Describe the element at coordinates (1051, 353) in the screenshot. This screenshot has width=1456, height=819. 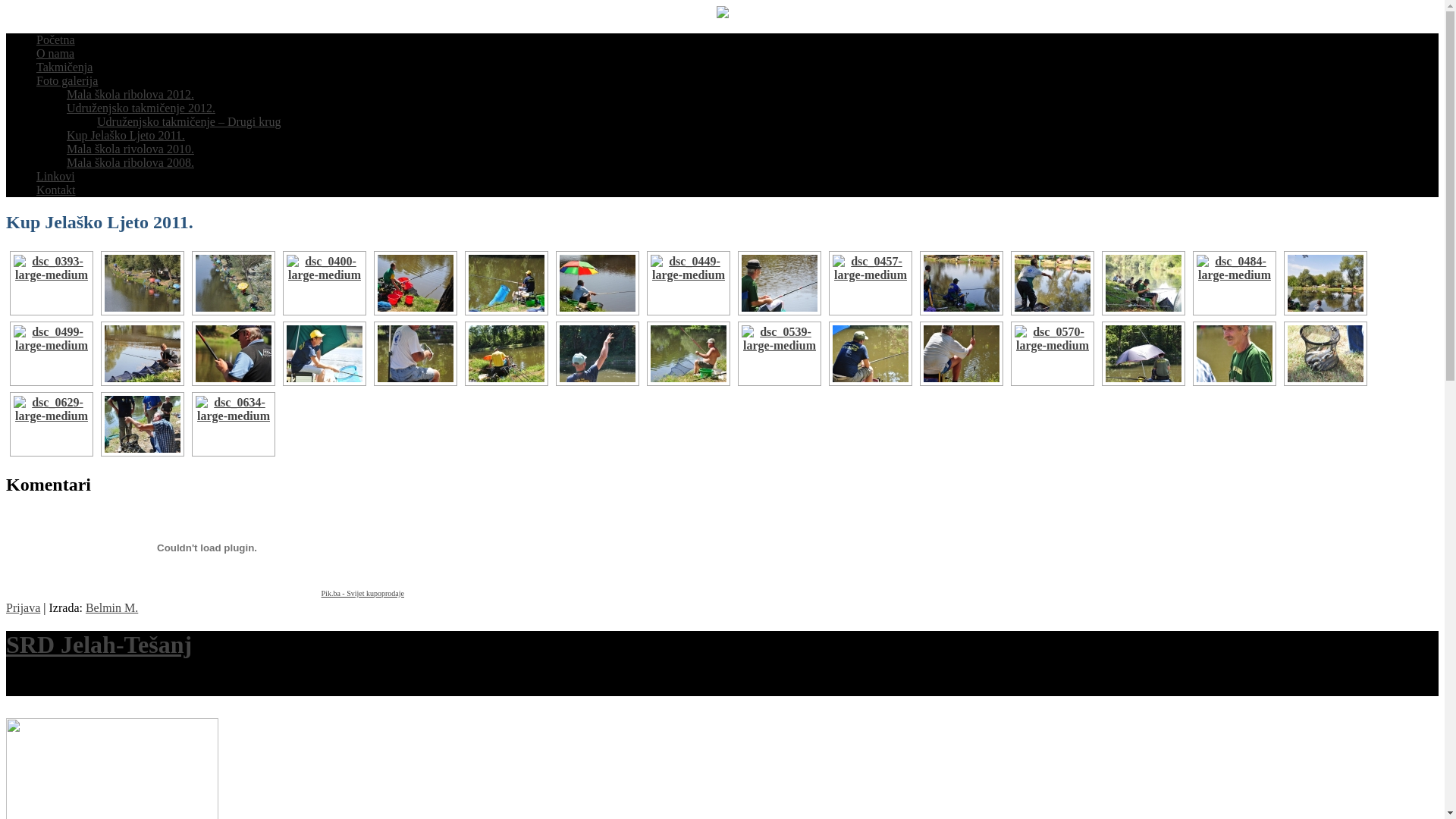
I see `'dsc_0570-large-medium'` at that location.